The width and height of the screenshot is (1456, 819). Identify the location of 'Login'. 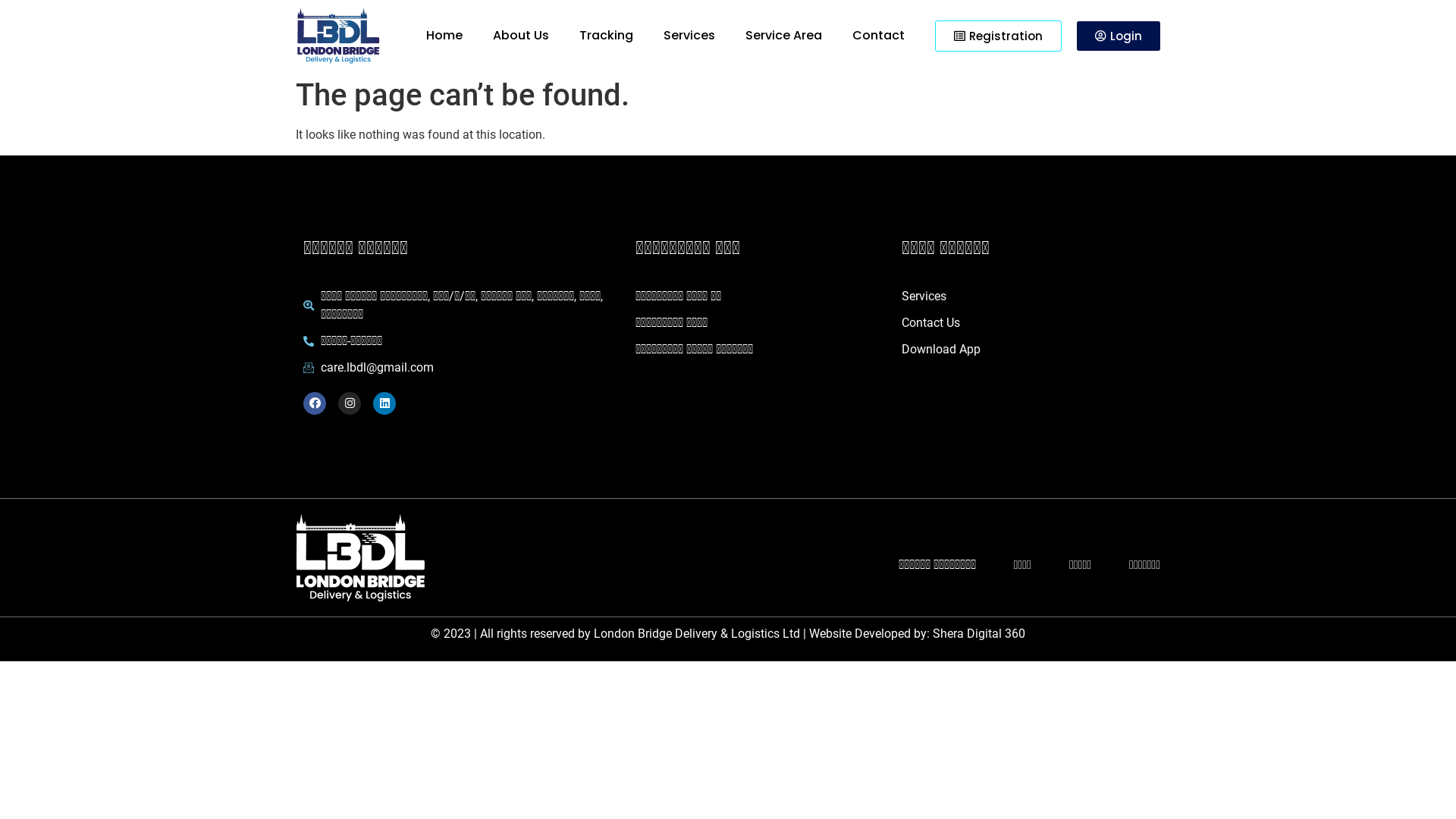
(1118, 35).